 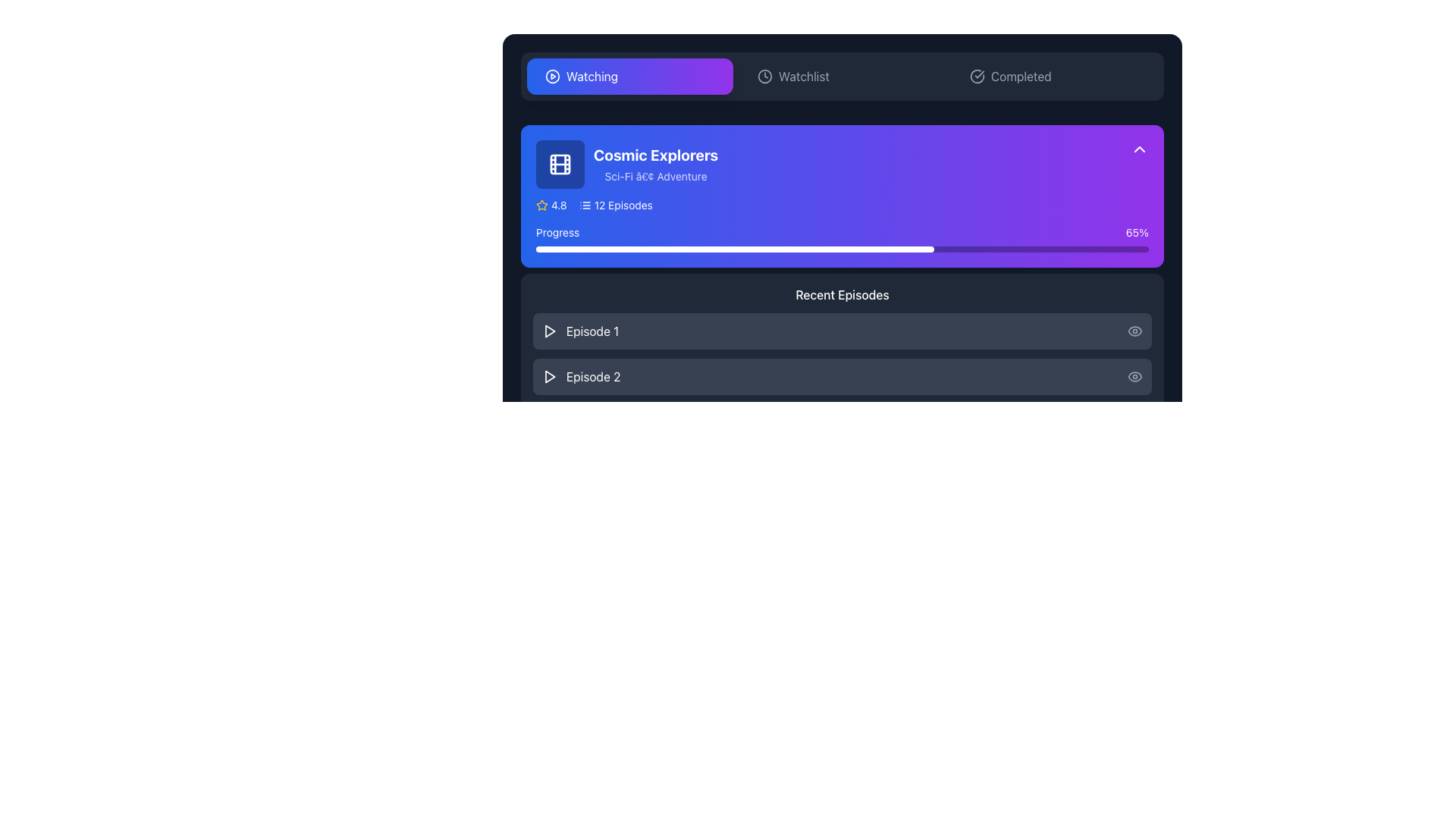 What do you see at coordinates (1135, 330) in the screenshot?
I see `the visibility icon resembling an eye located at the rightmost side of the 'Episode 1' row` at bounding box center [1135, 330].